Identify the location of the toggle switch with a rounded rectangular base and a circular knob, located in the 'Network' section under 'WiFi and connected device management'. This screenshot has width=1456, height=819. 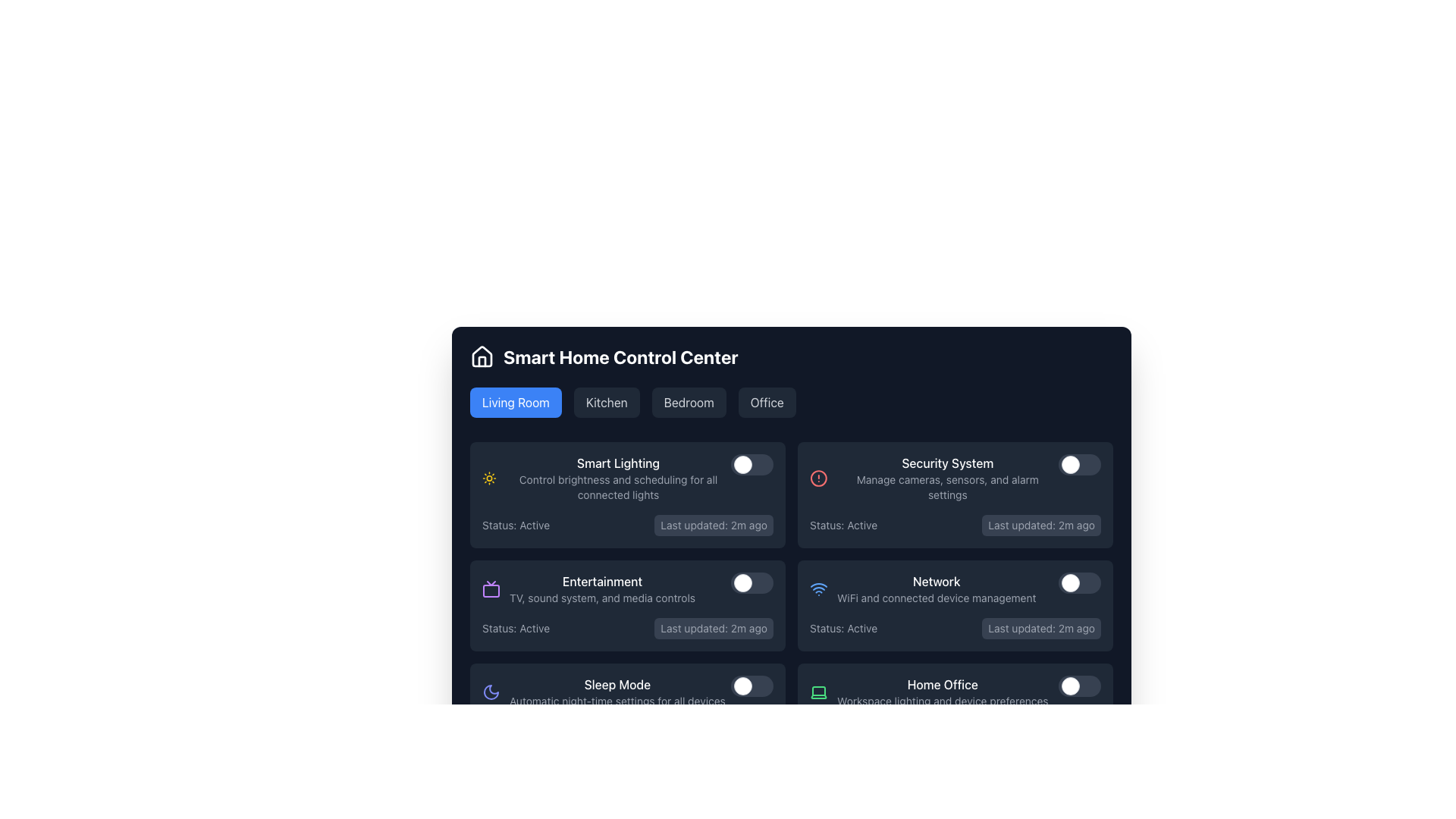
(1079, 582).